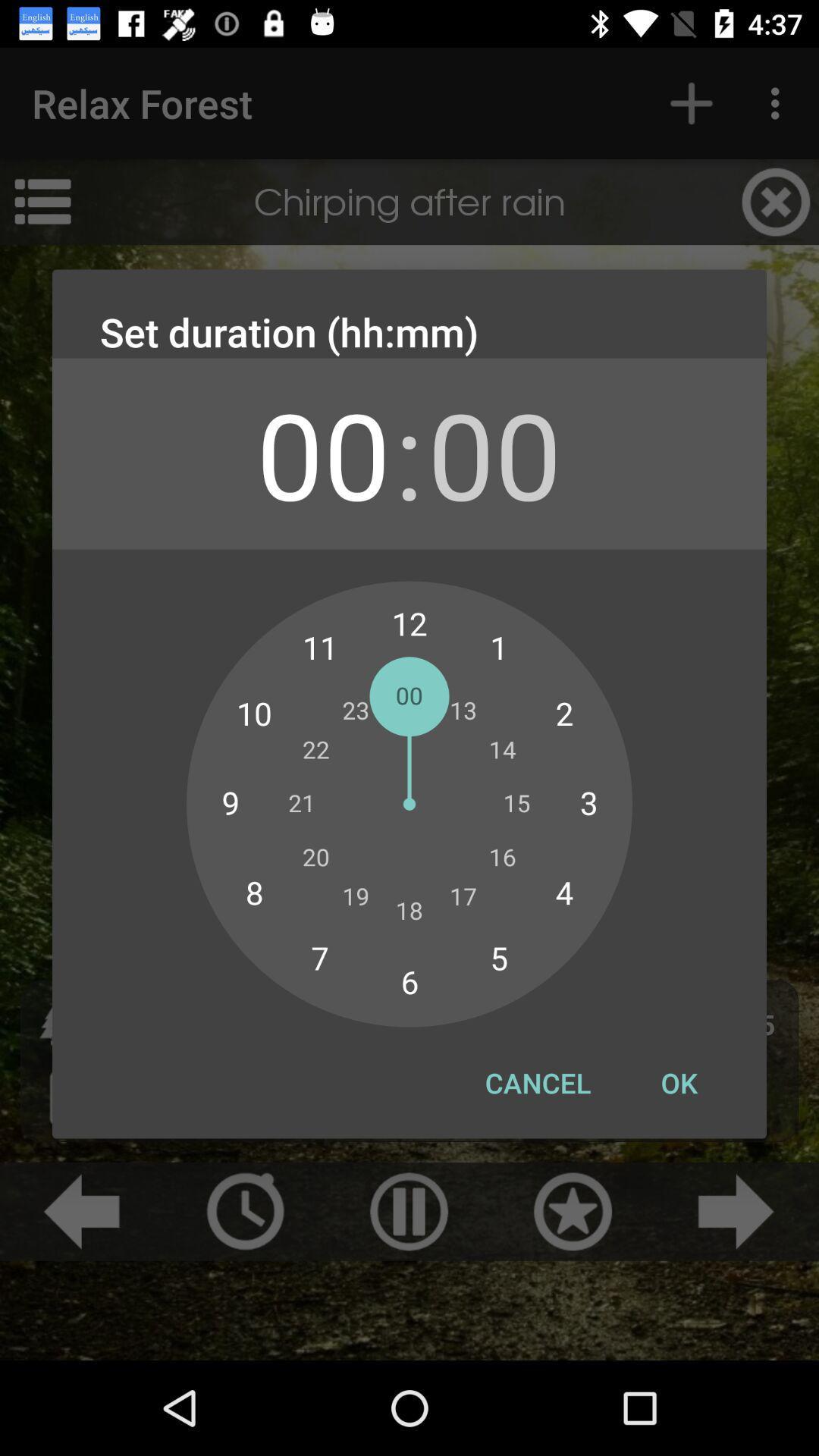 The width and height of the screenshot is (819, 1456). What do you see at coordinates (537, 1082) in the screenshot?
I see `the item at the bottom` at bounding box center [537, 1082].